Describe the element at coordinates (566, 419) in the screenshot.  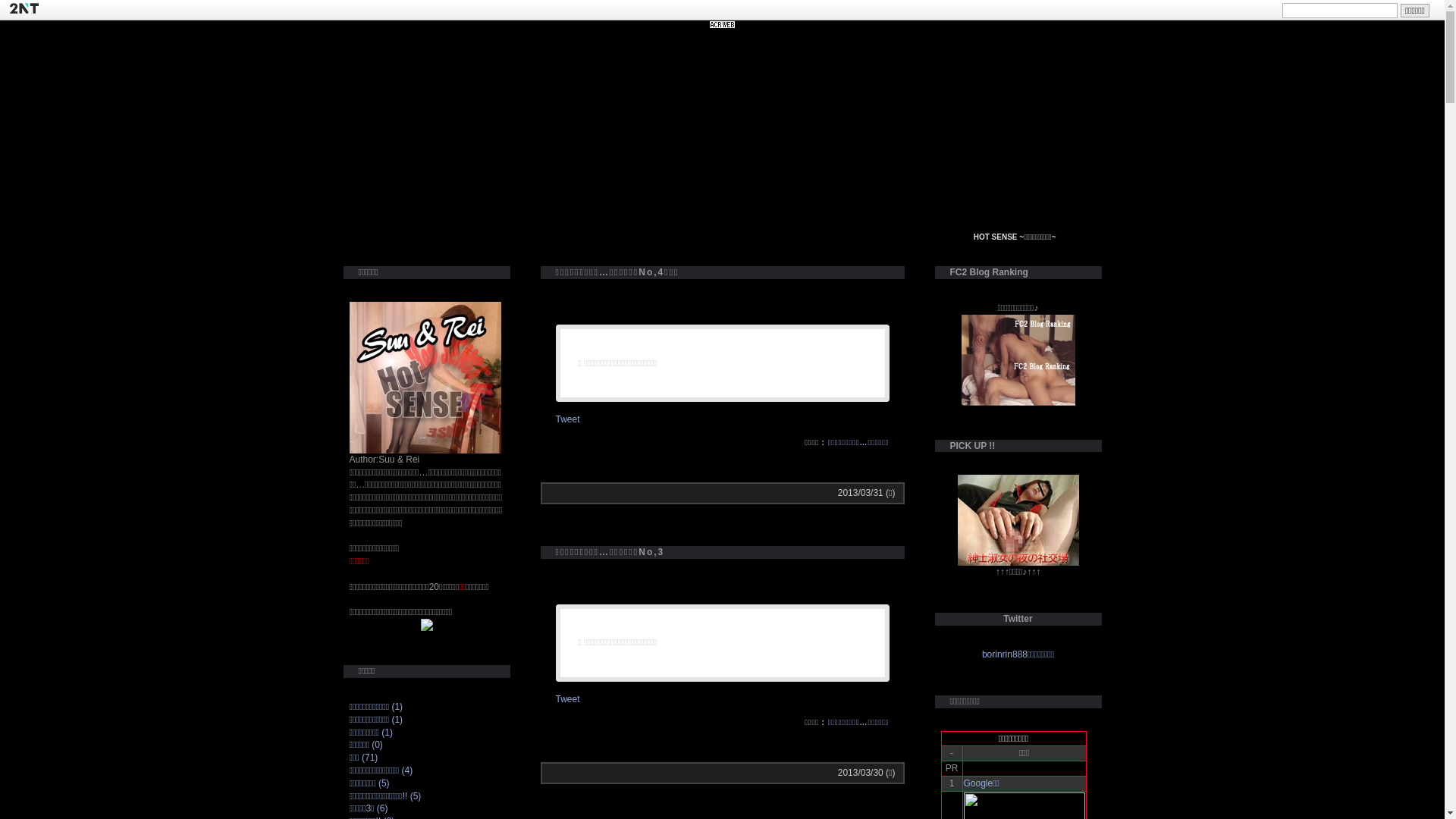
I see `'Tweet'` at that location.